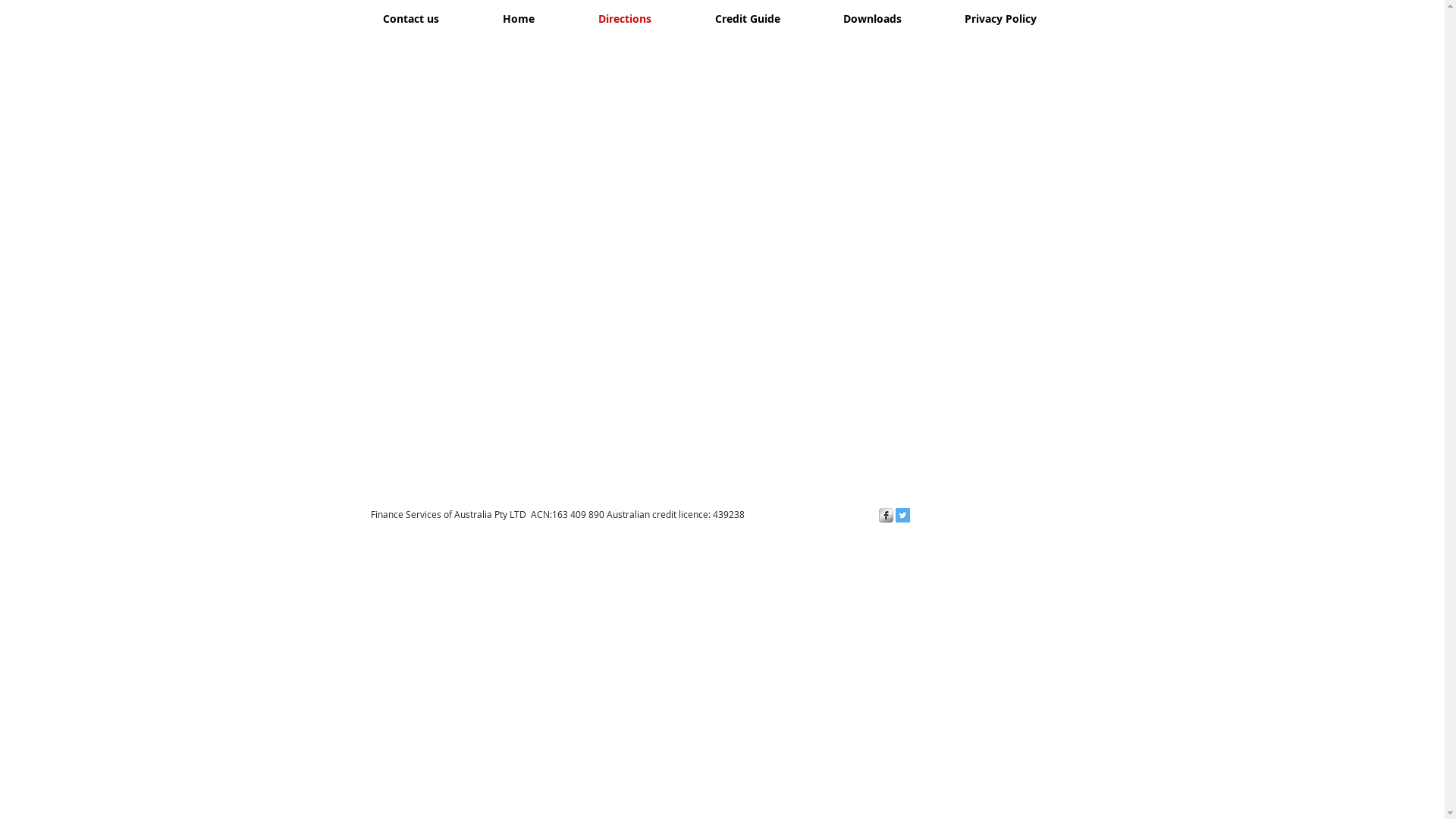 Image resolution: width=1456 pixels, height=819 pixels. Describe the element at coordinates (931, 18) in the screenshot. I see `'Privacy Policy'` at that location.